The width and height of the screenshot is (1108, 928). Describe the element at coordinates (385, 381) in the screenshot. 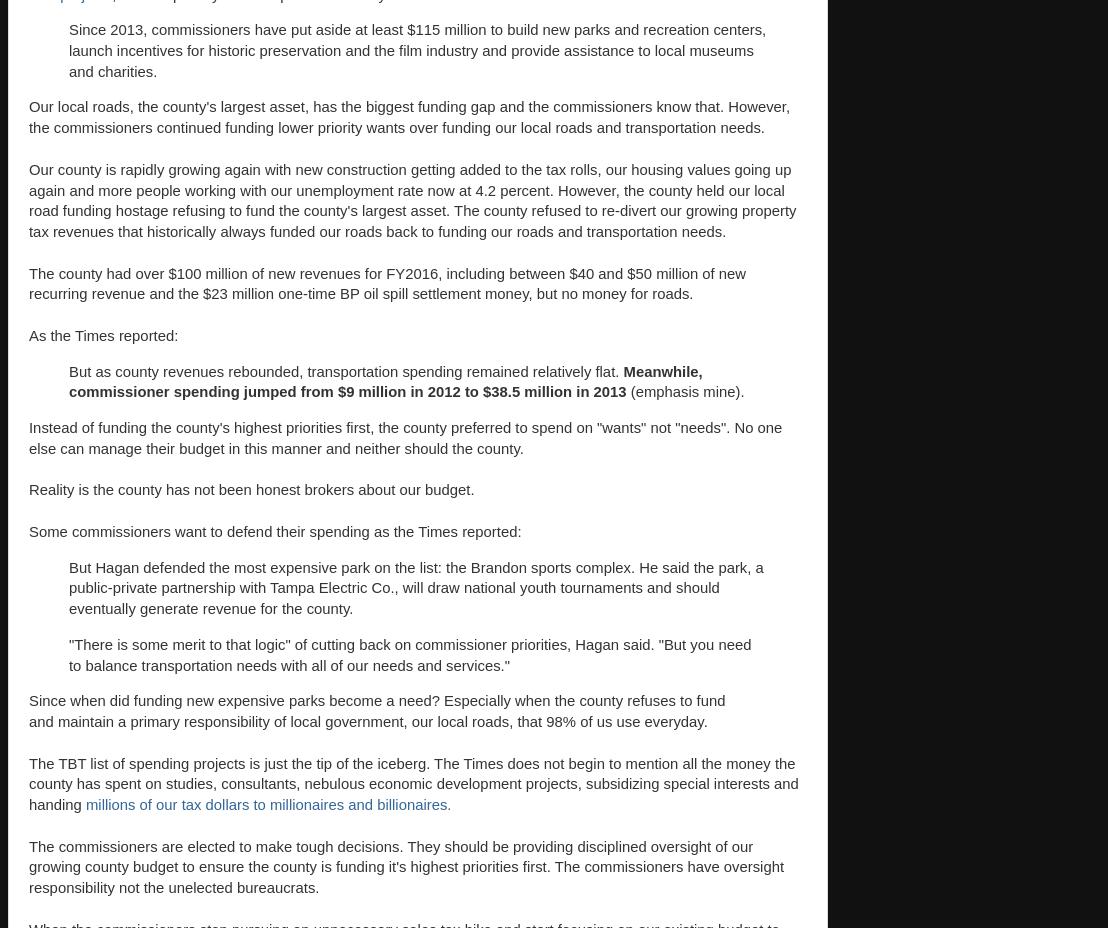

I see `'Meanwhile, commissioner spending jumped from $9 million in 2012 to $38.5 million in 2013'` at that location.